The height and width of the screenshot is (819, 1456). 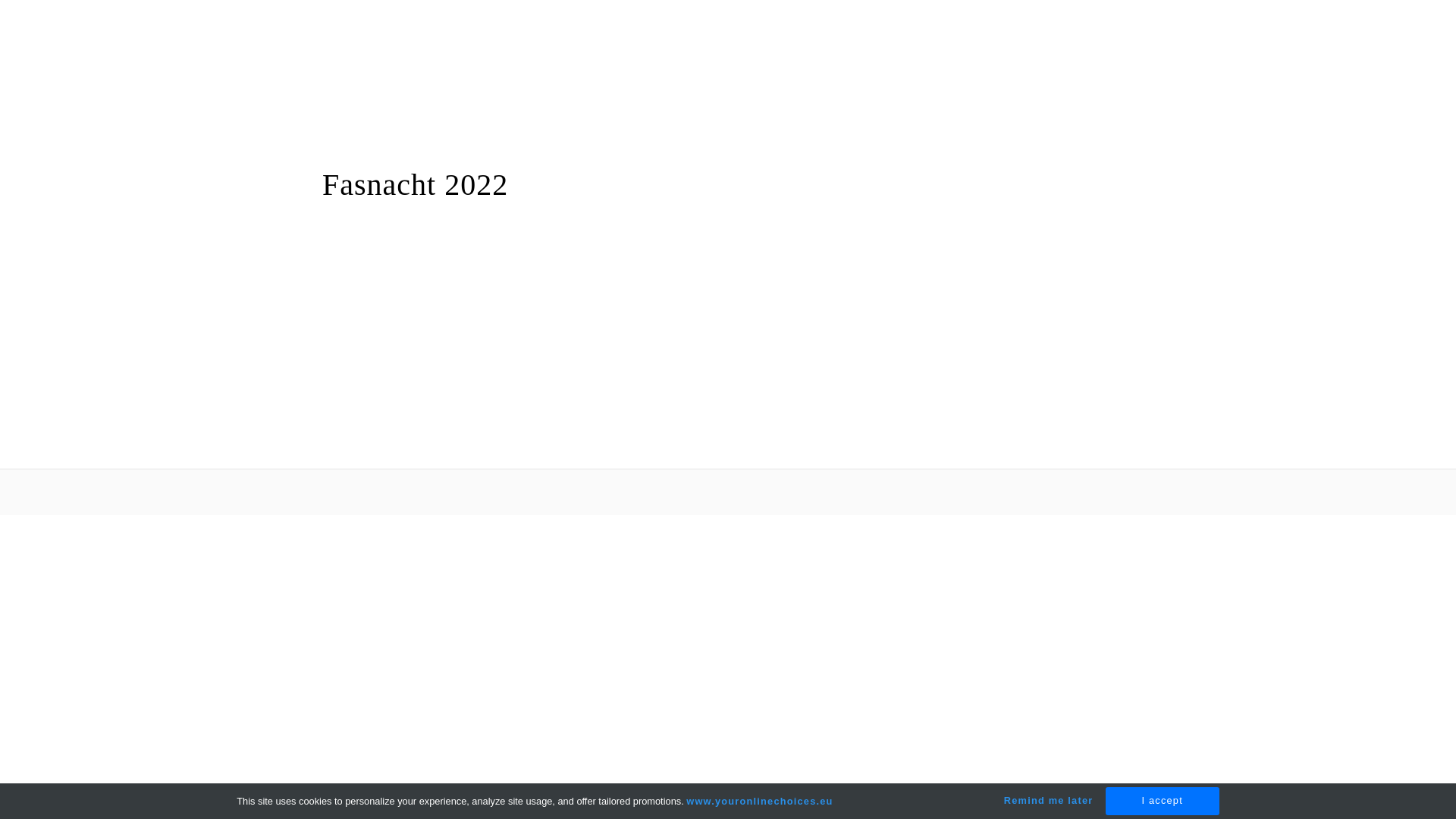 What do you see at coordinates (686, 800) in the screenshot?
I see `'www.youronlinechoices.eu'` at bounding box center [686, 800].